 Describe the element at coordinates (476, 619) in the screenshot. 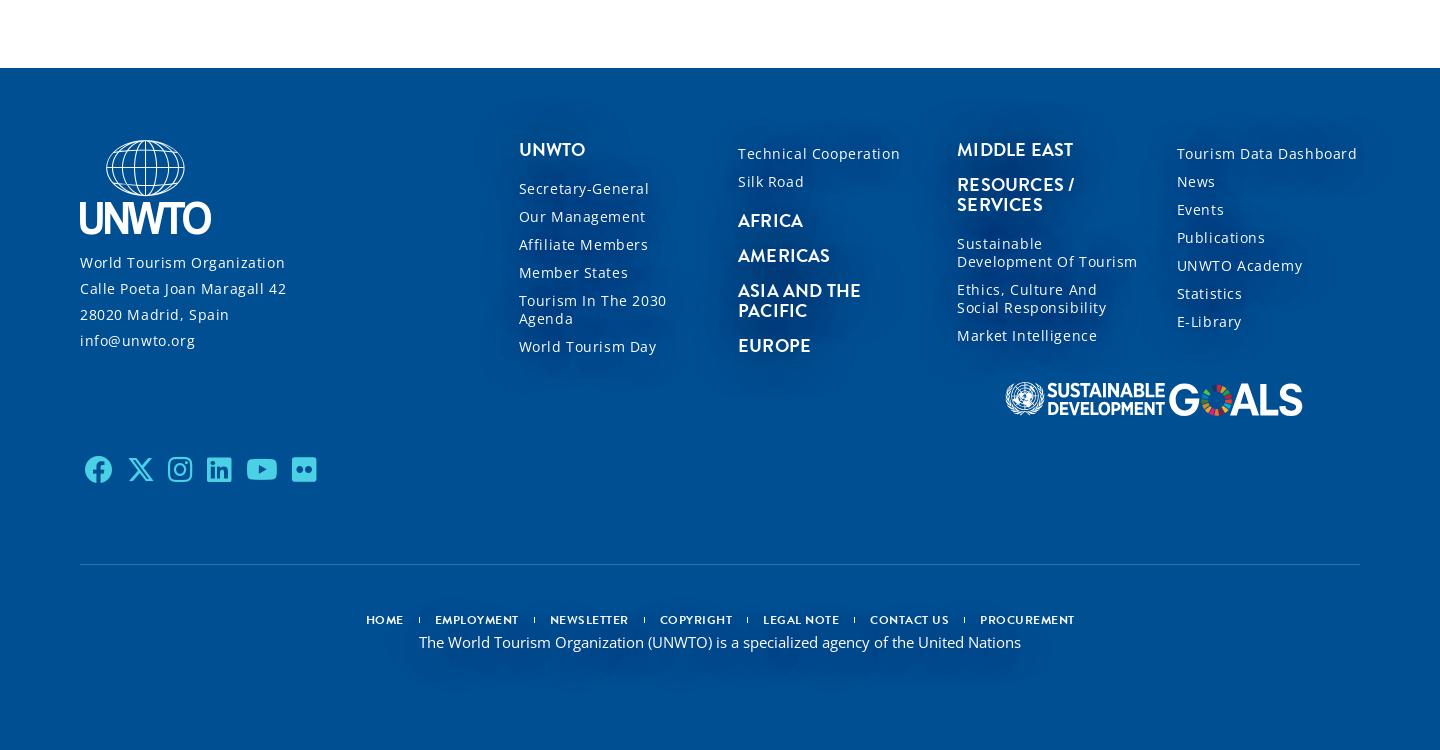

I see `'Employment'` at that location.